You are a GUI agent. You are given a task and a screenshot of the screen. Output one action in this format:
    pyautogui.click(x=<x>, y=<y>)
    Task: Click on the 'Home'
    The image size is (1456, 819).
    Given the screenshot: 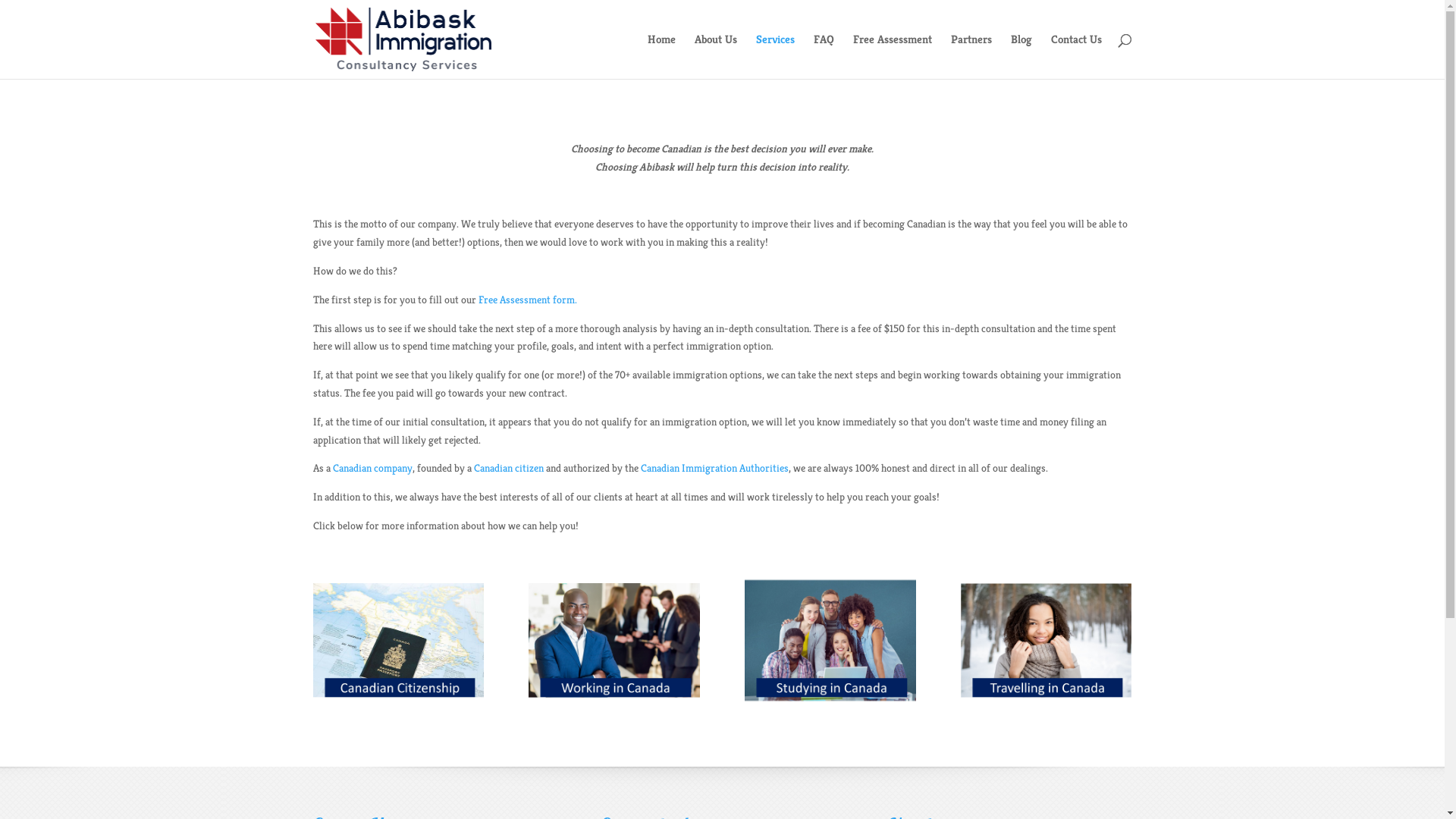 What is the action you would take?
    pyautogui.click(x=661, y=55)
    